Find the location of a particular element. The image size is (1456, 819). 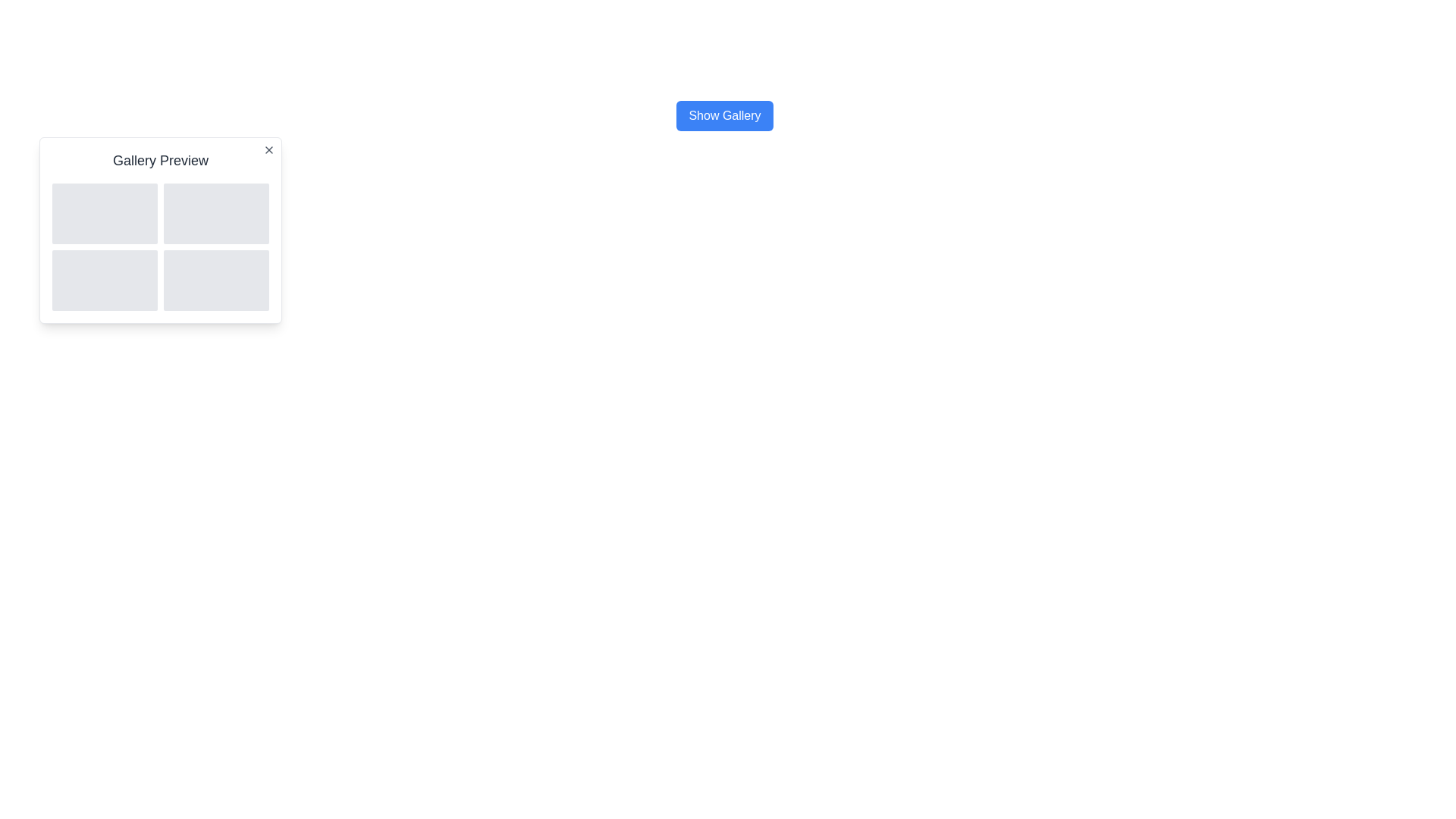

the Visual placeholder block, which is a rectangular gray block with rounded corners located in the top-right quadrant of the grid is located at coordinates (215, 213).